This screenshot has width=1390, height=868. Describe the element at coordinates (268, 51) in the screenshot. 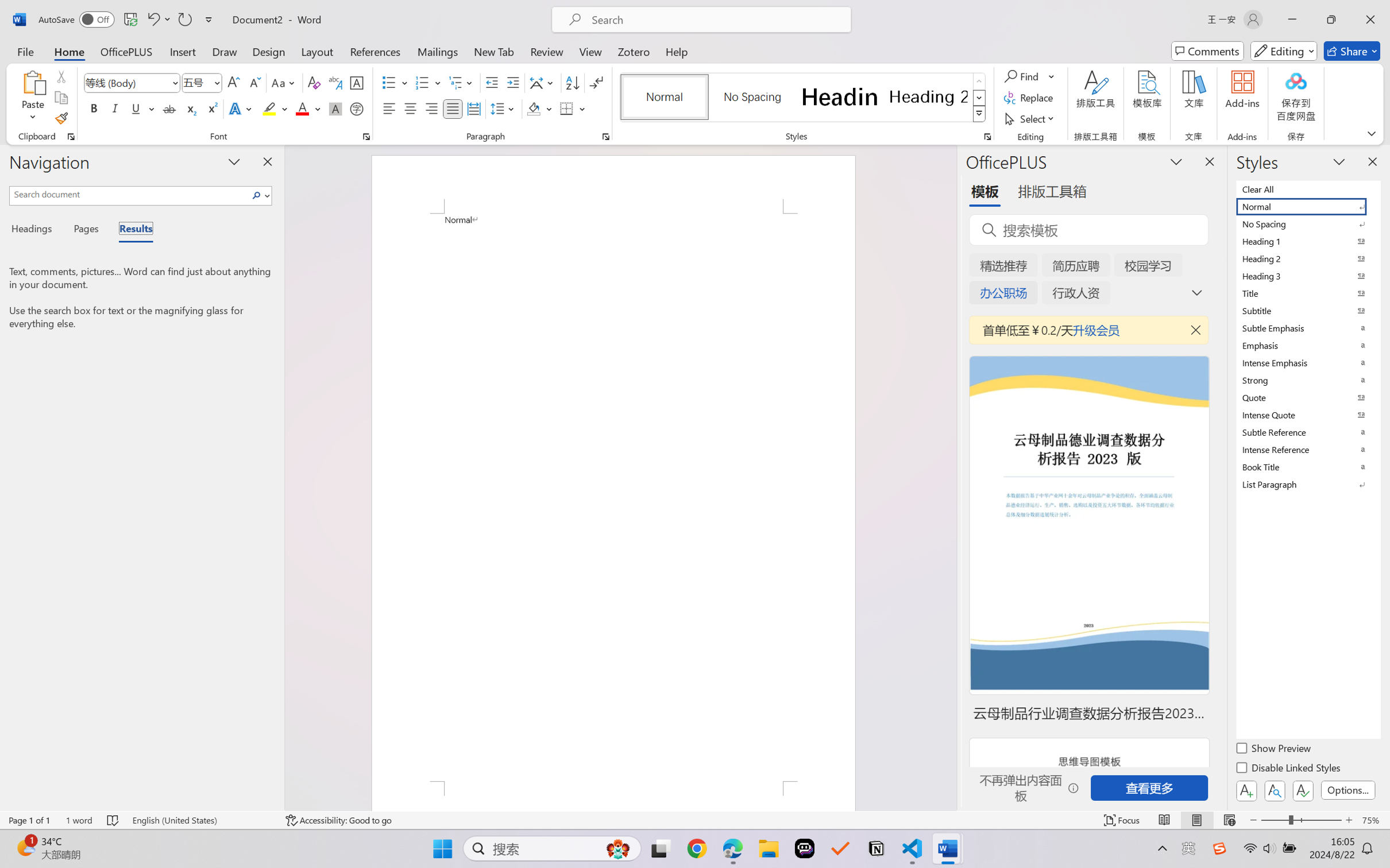

I see `'Design'` at that location.